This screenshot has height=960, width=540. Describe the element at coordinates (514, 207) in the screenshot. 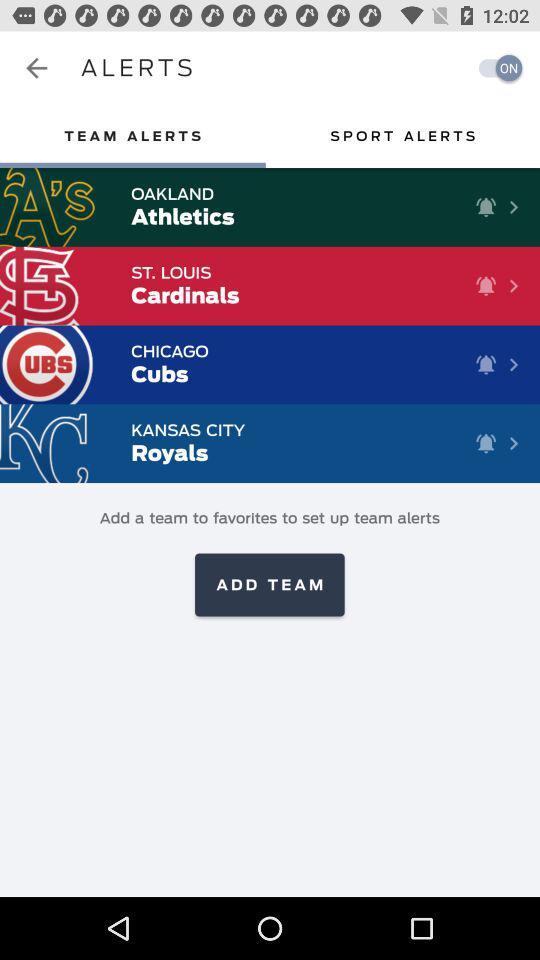

I see `the button` at that location.